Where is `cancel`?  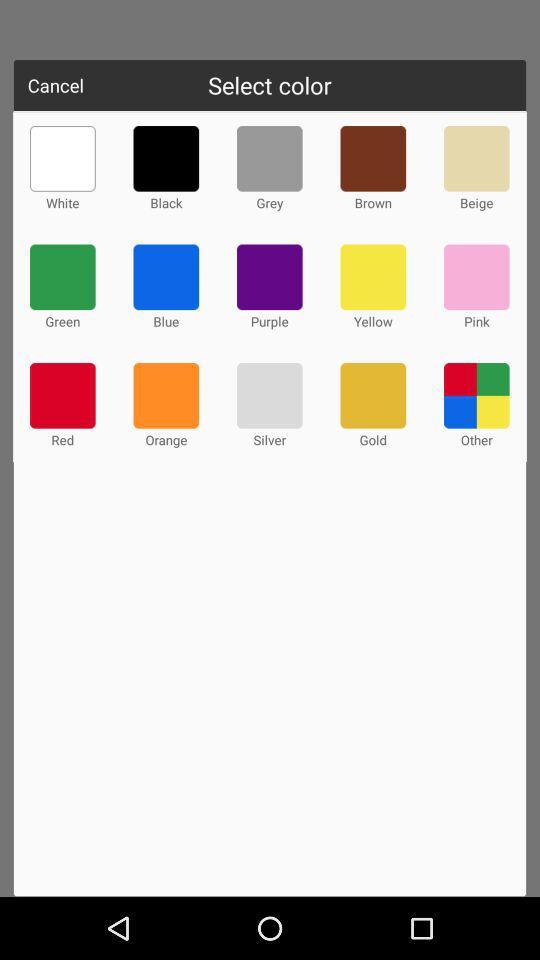 cancel is located at coordinates (55, 85).